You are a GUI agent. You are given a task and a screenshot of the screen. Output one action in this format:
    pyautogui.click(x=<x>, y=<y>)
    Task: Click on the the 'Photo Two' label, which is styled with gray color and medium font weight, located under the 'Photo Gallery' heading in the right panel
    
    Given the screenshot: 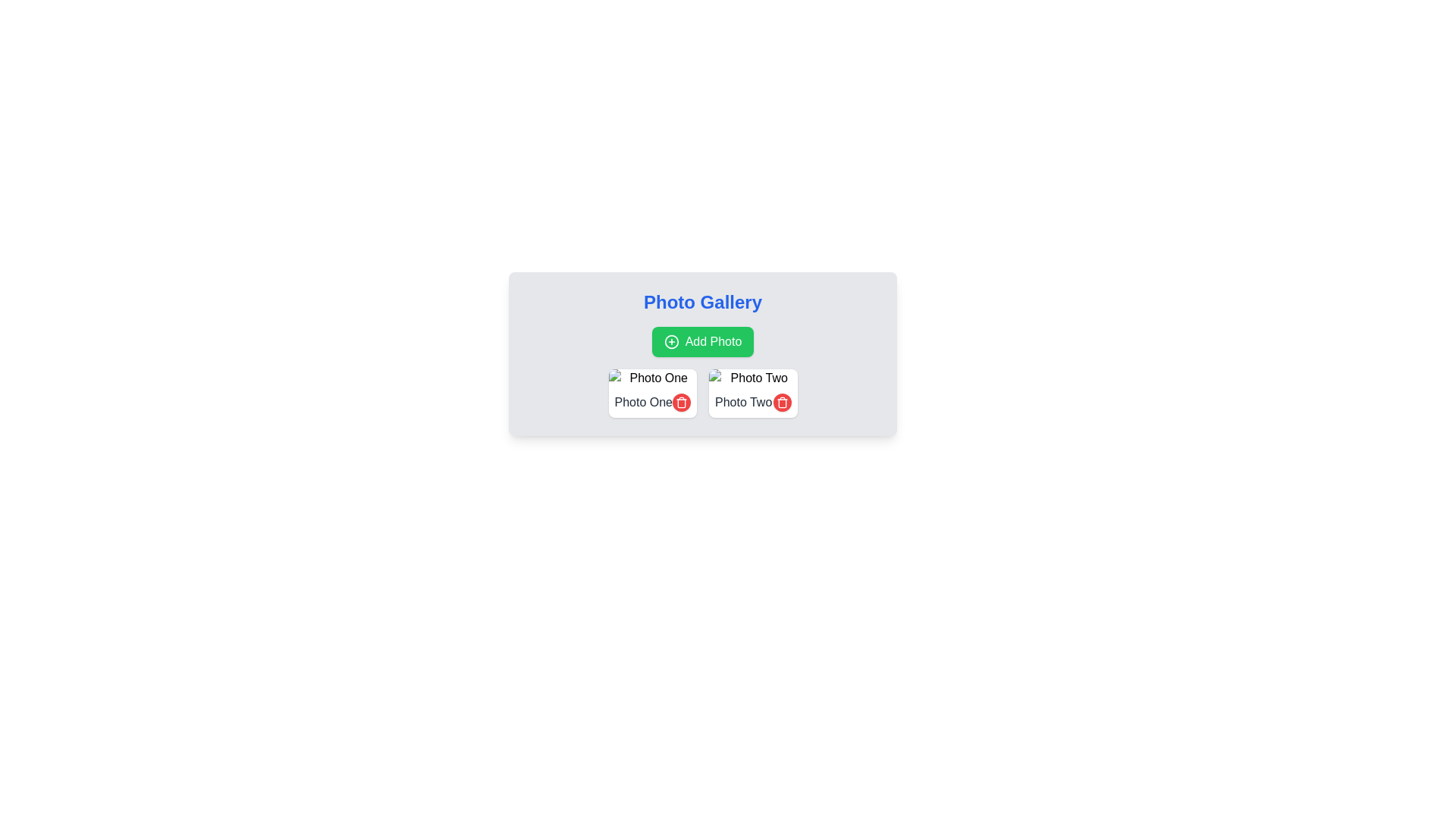 What is the action you would take?
    pyautogui.click(x=743, y=402)
    